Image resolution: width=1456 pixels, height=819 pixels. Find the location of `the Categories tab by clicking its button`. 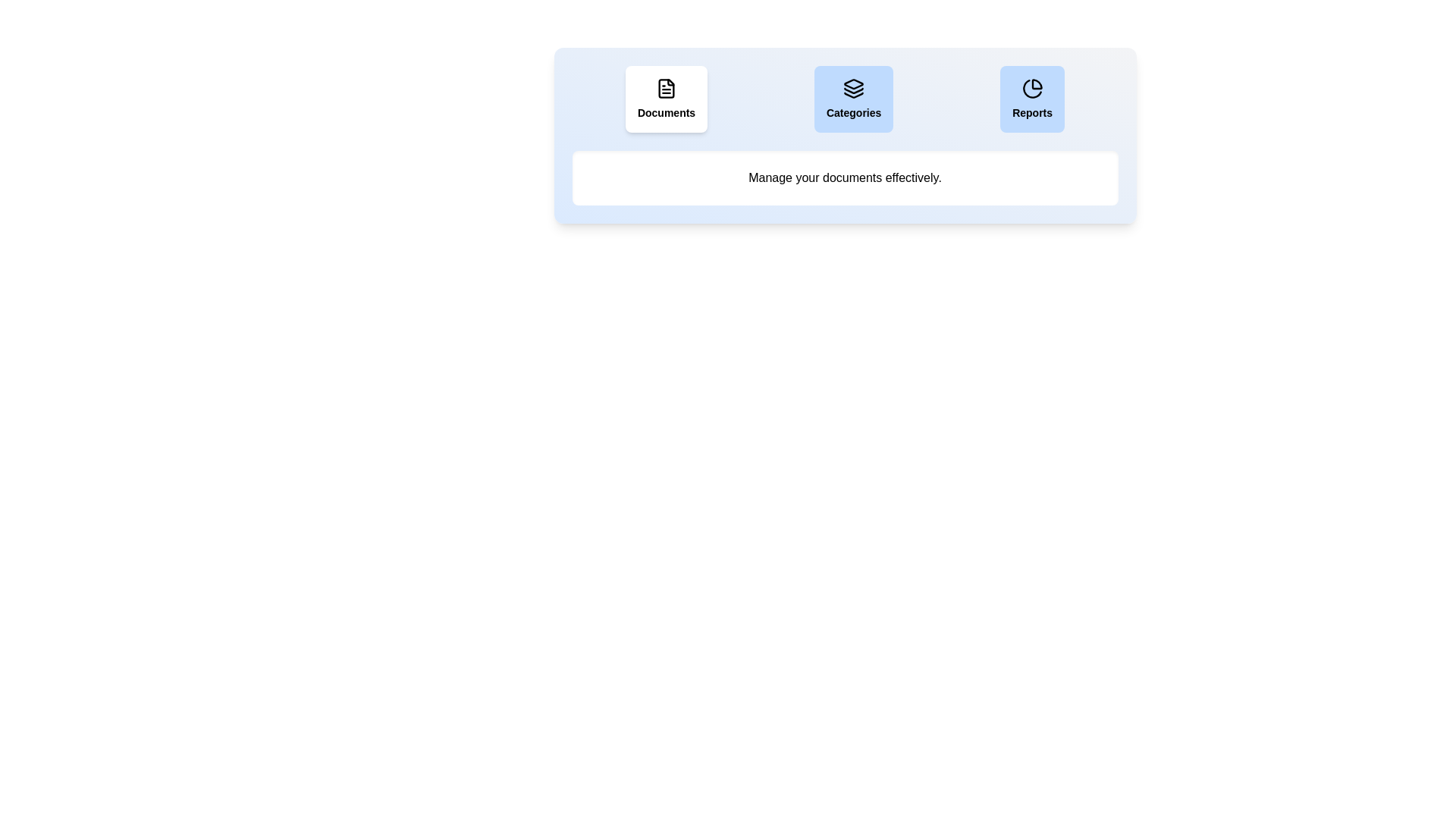

the Categories tab by clicking its button is located at coordinates (854, 99).